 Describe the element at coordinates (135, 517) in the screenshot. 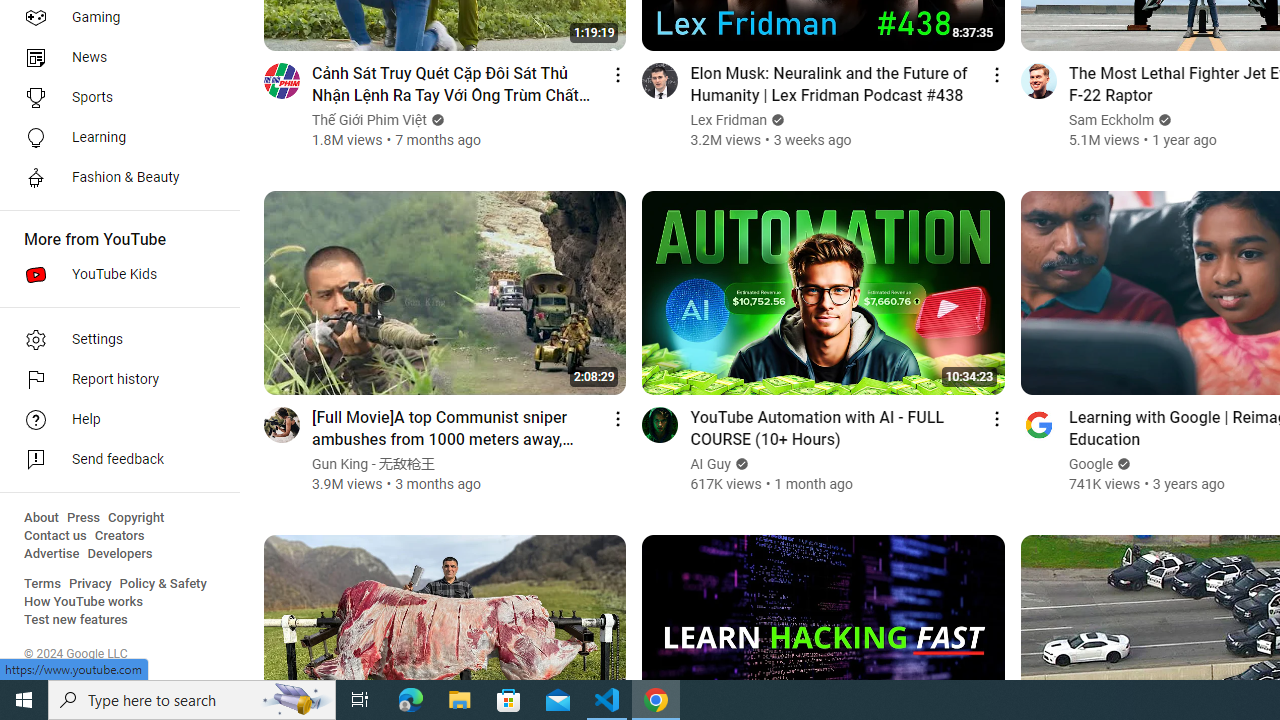

I see `'Copyright'` at that location.